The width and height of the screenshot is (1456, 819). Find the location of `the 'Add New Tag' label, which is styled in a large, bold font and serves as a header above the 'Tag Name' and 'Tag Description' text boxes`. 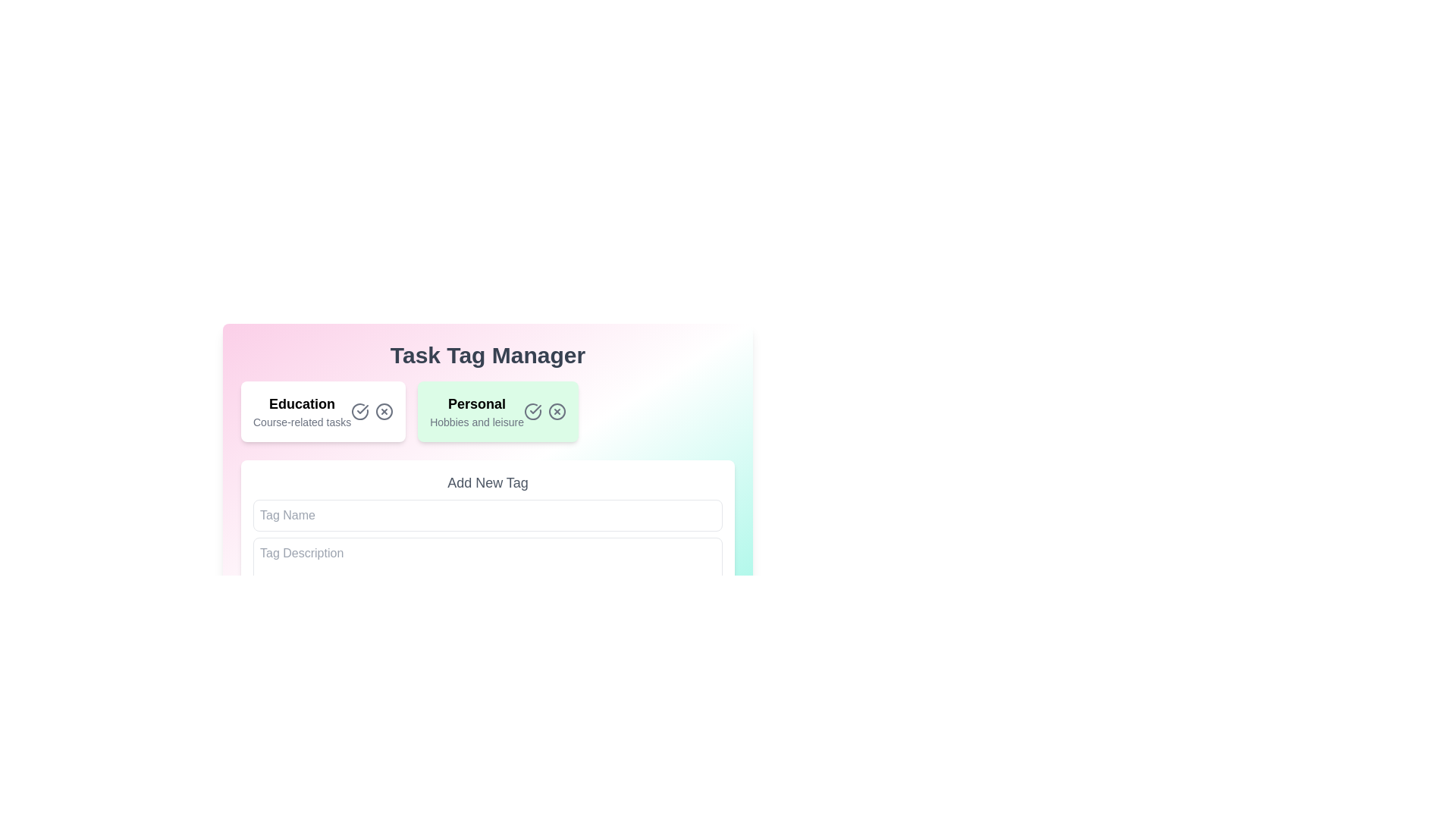

the 'Add New Tag' label, which is styled in a large, bold font and serves as a header above the 'Tag Name' and 'Tag Description' text boxes is located at coordinates (488, 482).